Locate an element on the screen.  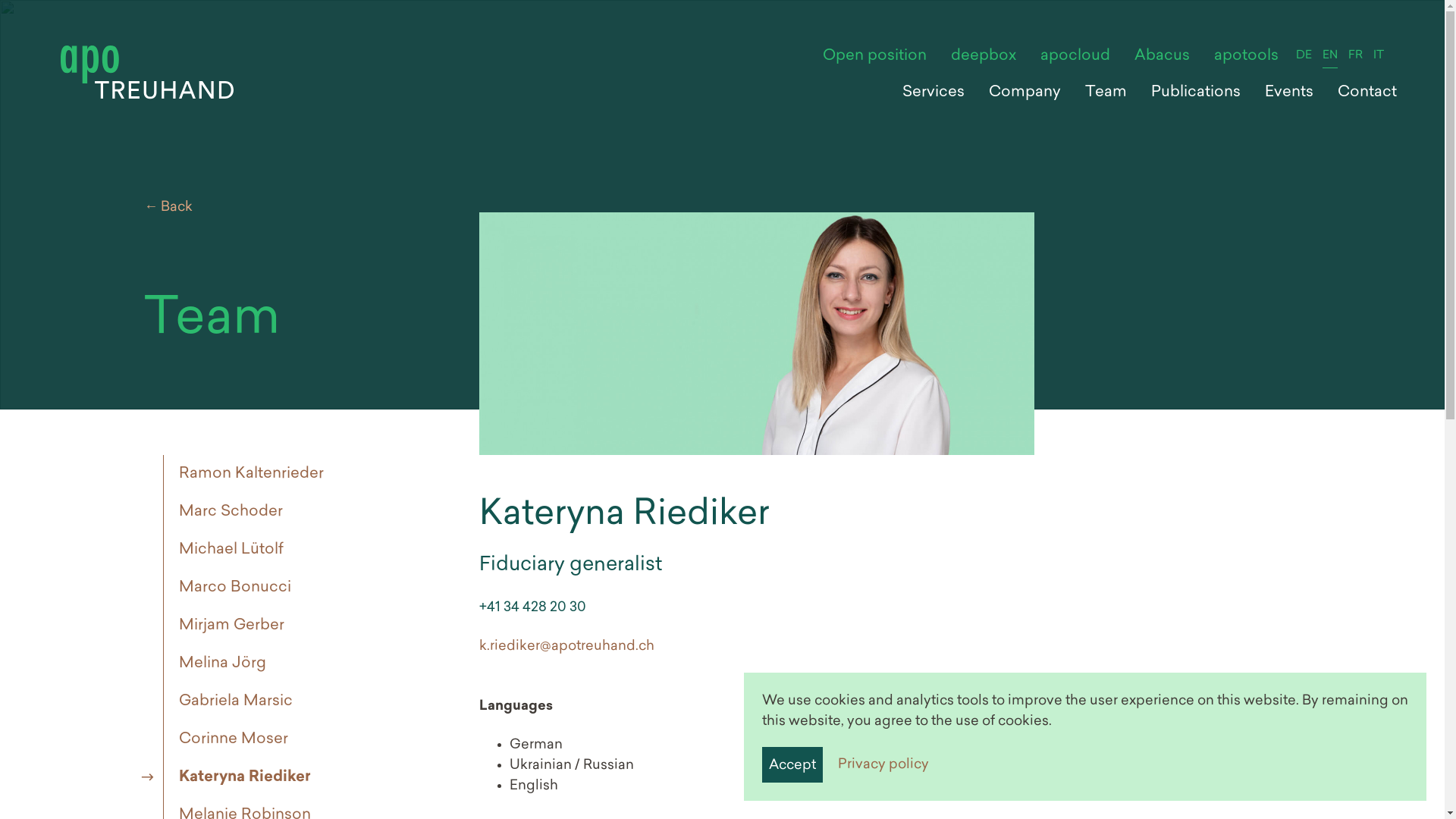
'Corinne Moser' is located at coordinates (163, 739).